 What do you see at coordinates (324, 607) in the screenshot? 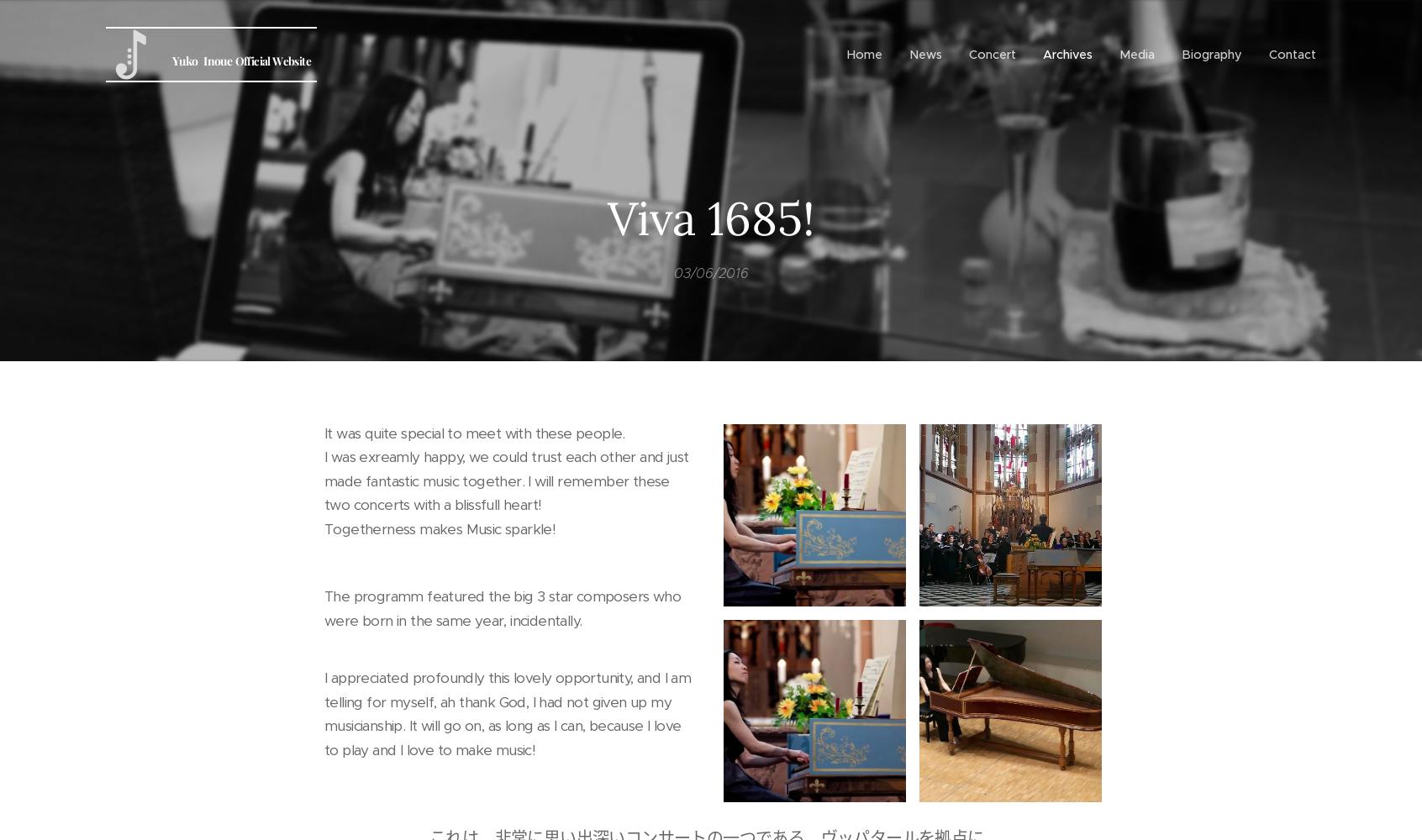
I see `'The programm featured the big 3 star composers who were born in the same year, incidentally.'` at bounding box center [324, 607].